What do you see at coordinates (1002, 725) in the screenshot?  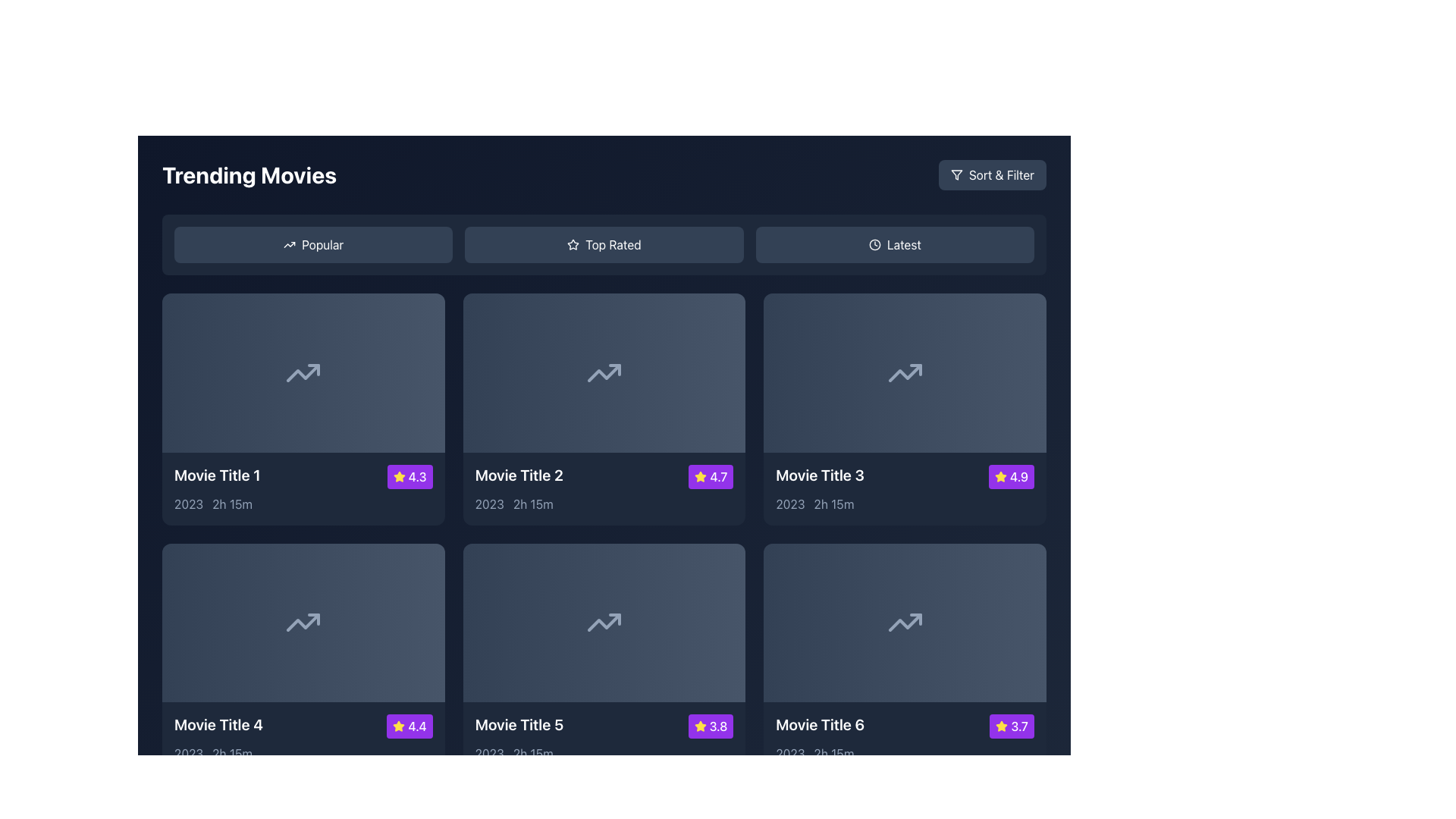 I see `the star icon` at bounding box center [1002, 725].